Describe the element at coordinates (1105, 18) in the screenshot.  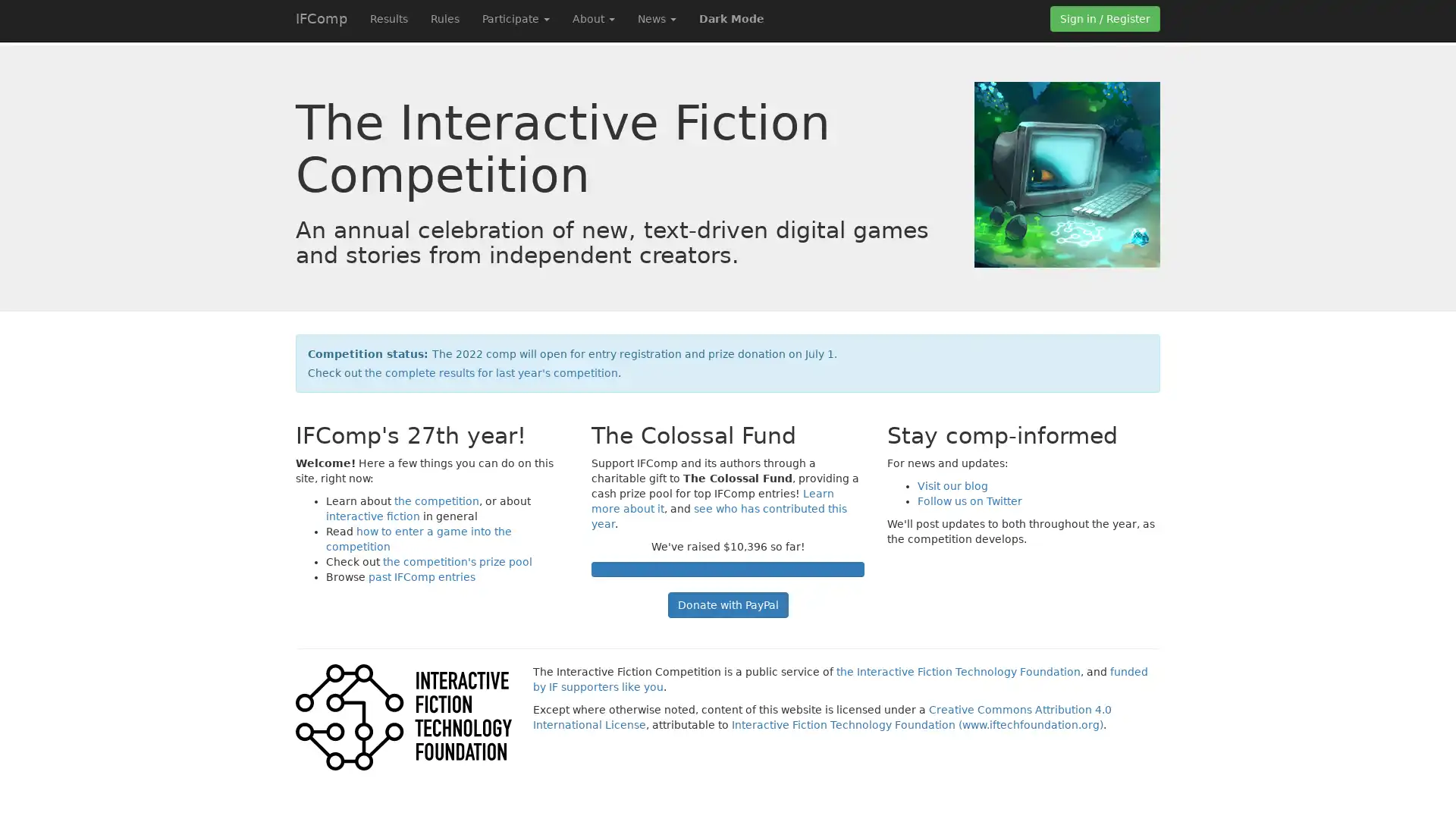
I see `Sign in / Register` at that location.